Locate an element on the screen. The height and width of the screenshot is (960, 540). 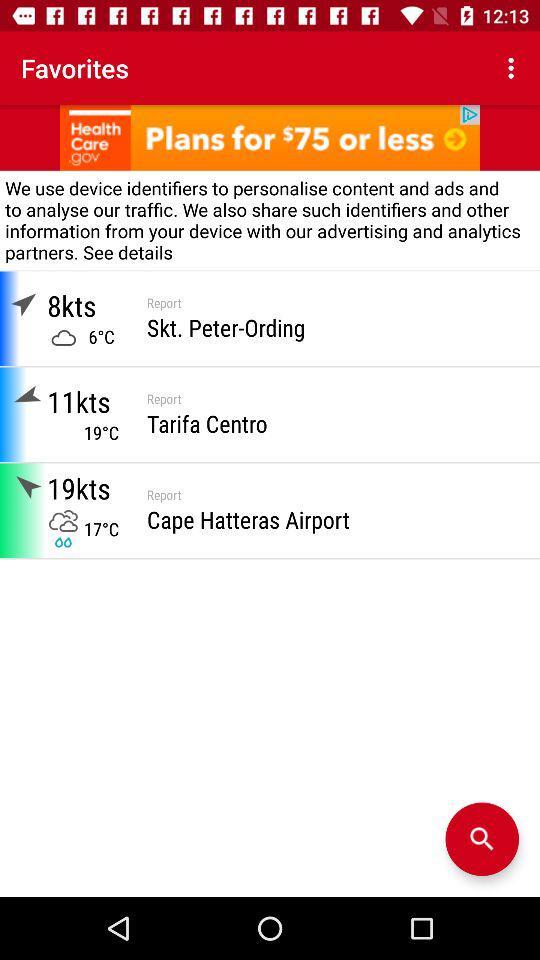
search the option is located at coordinates (481, 839).